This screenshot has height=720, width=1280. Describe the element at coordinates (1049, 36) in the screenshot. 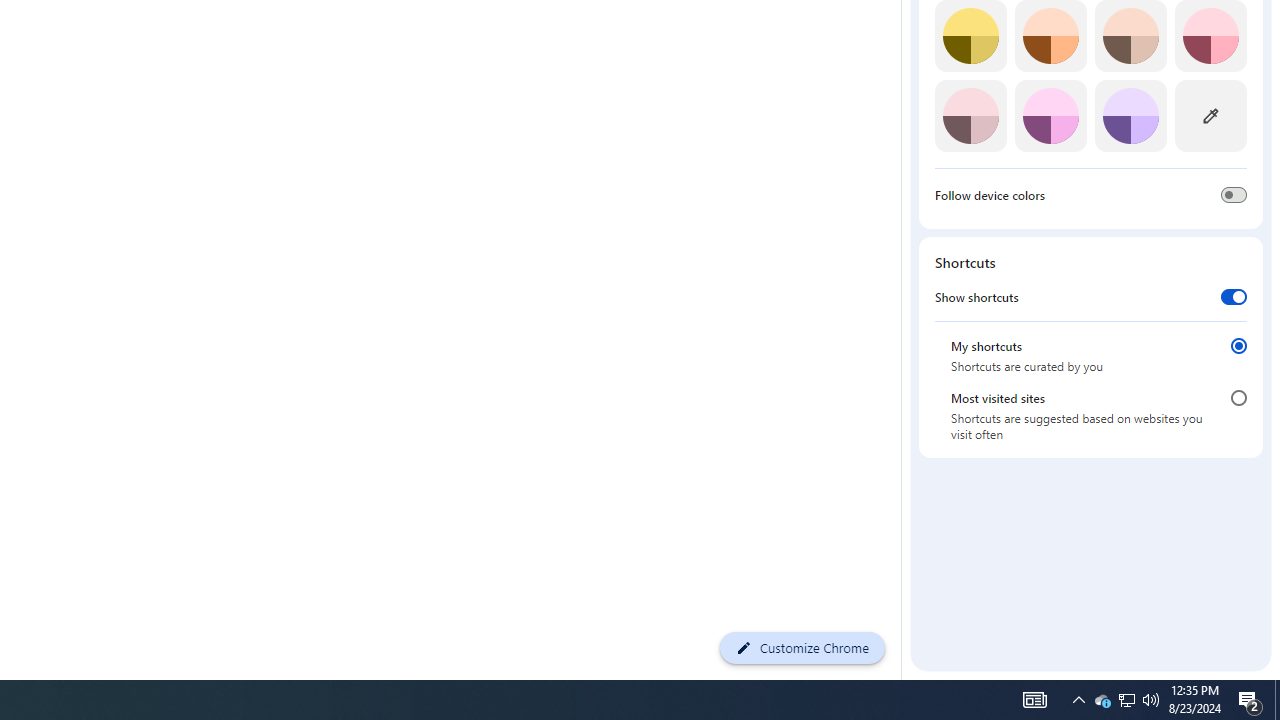

I see `'Orange'` at that location.